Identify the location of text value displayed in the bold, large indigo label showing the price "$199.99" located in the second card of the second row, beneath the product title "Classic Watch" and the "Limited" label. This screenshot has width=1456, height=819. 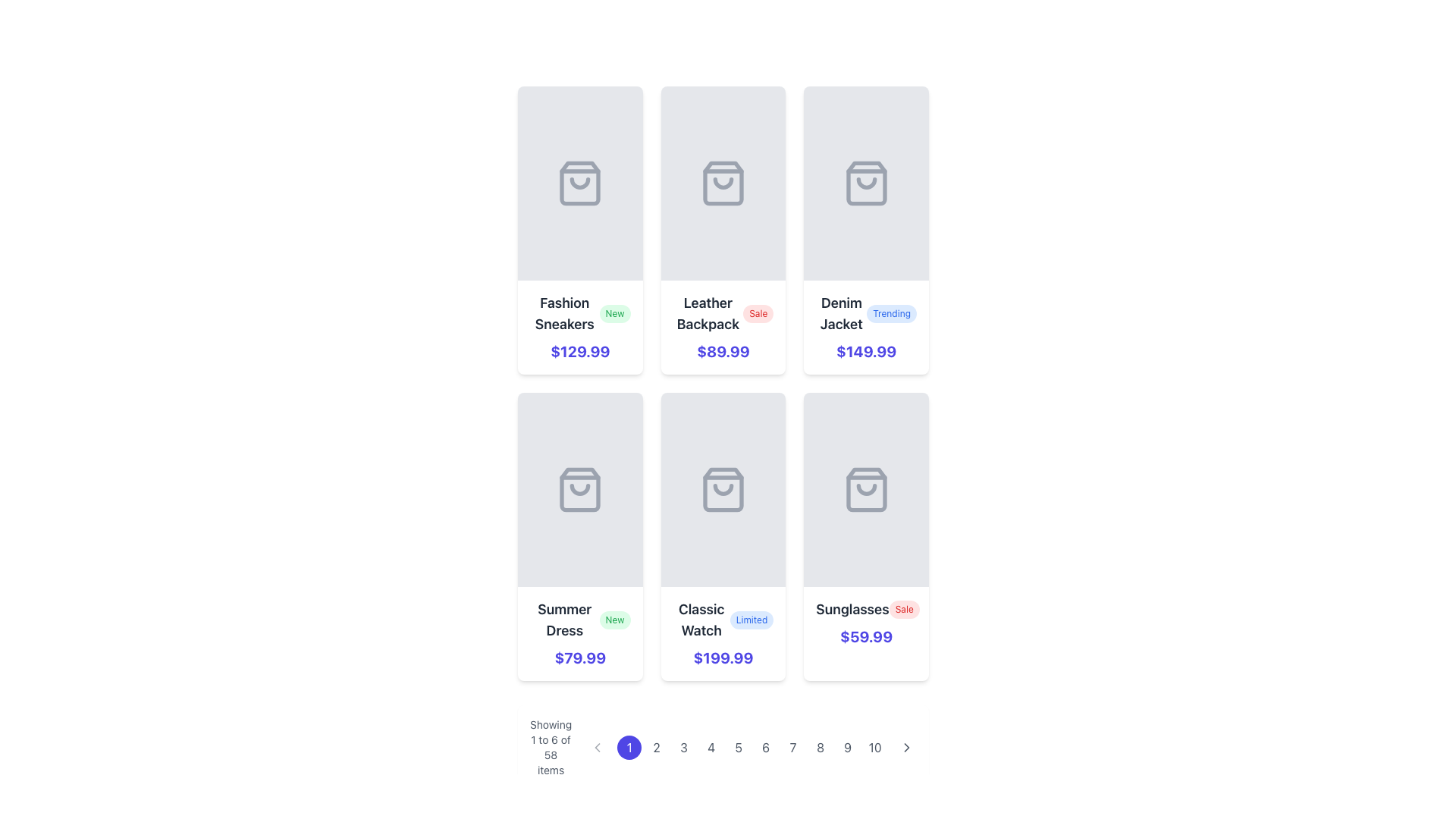
(723, 657).